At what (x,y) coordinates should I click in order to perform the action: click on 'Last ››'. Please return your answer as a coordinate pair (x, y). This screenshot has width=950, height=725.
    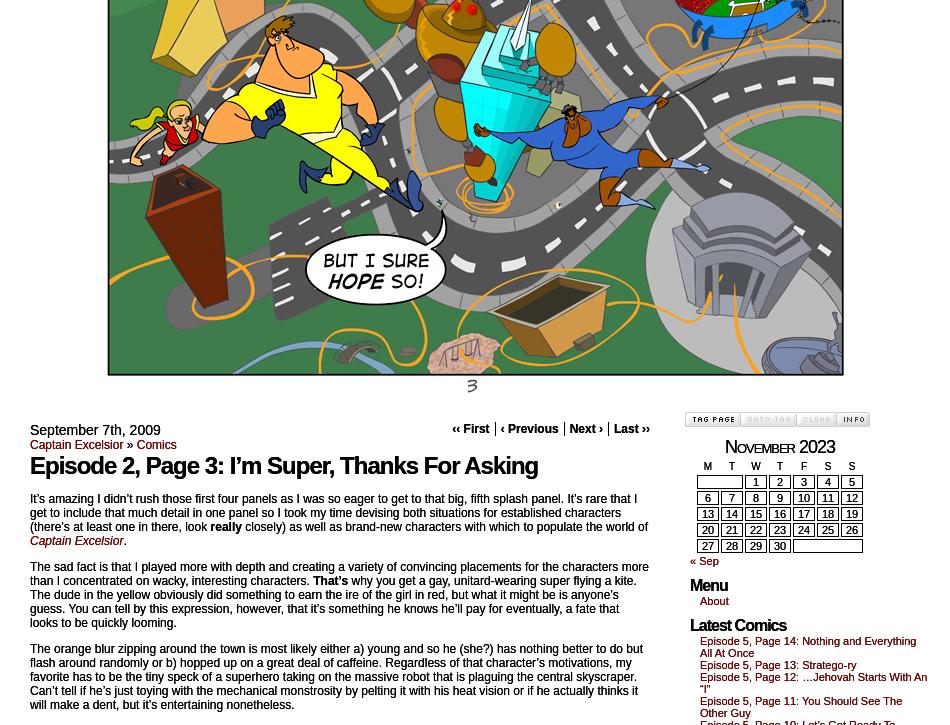
    Looking at the image, I should click on (632, 427).